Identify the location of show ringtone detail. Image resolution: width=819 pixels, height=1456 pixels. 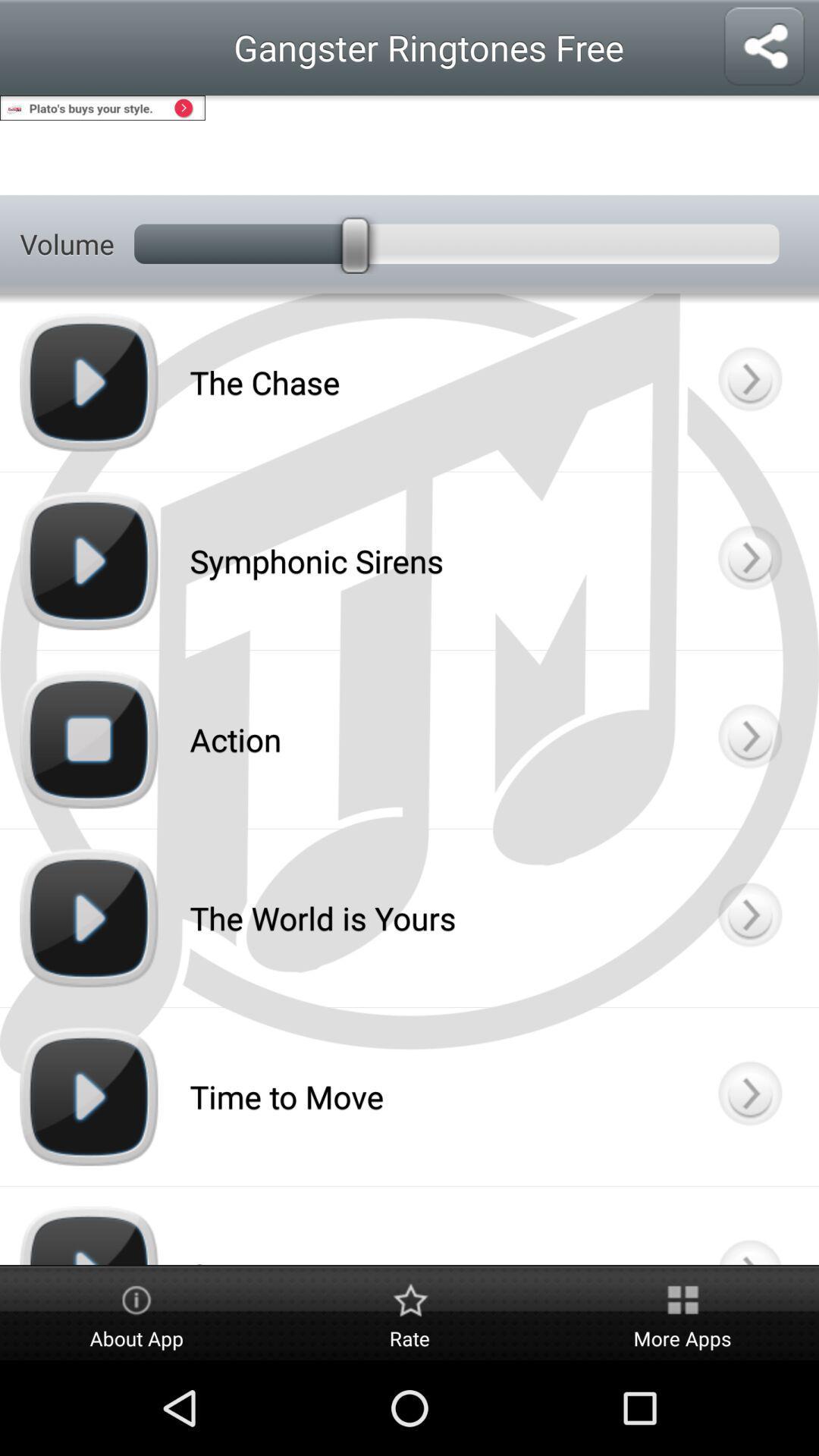
(748, 917).